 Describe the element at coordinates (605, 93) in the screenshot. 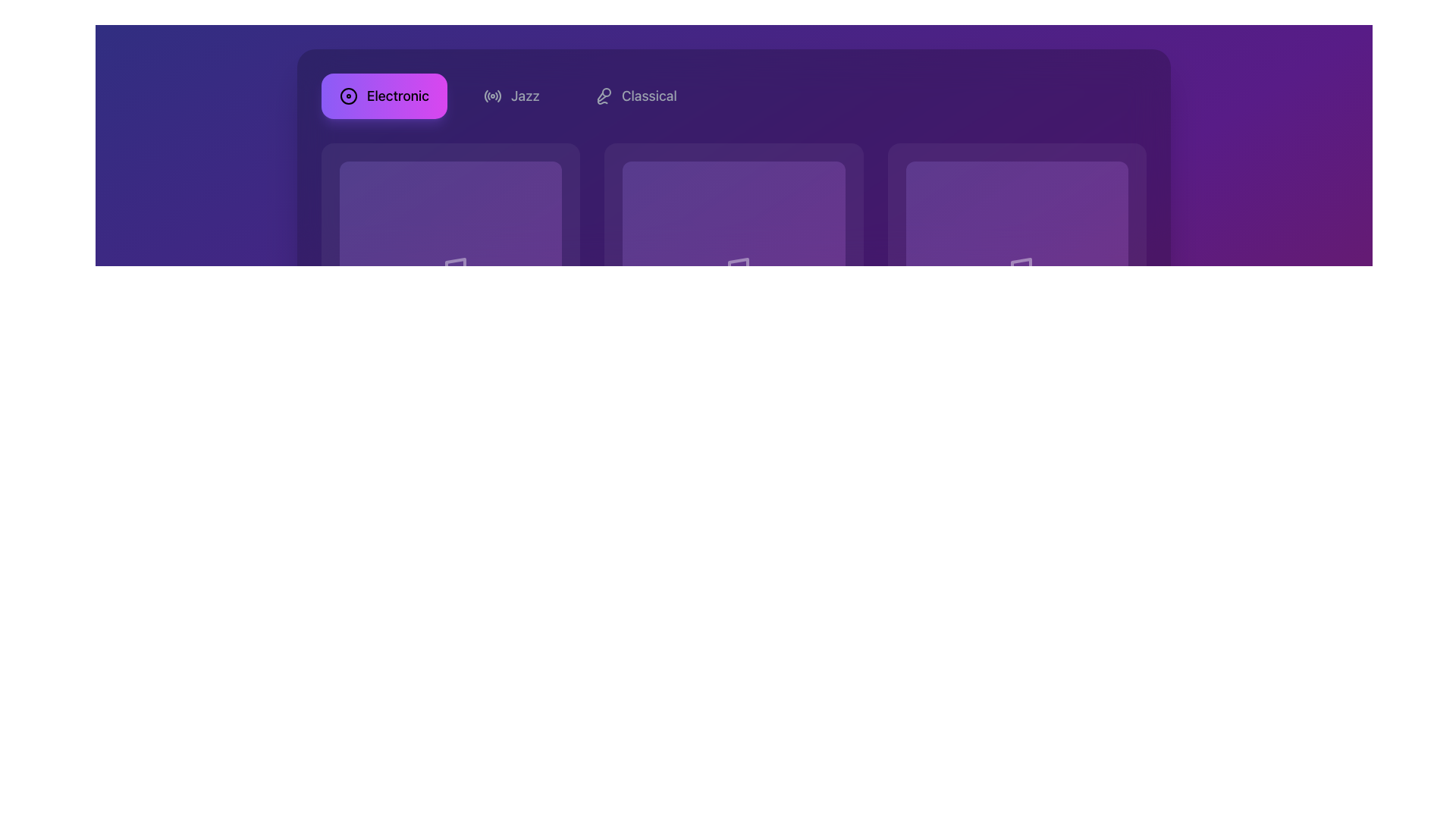

I see `the small circular graphic element that is part of the 'mic vocal' icon located at the rightmost portion of the navigation menu area` at that location.